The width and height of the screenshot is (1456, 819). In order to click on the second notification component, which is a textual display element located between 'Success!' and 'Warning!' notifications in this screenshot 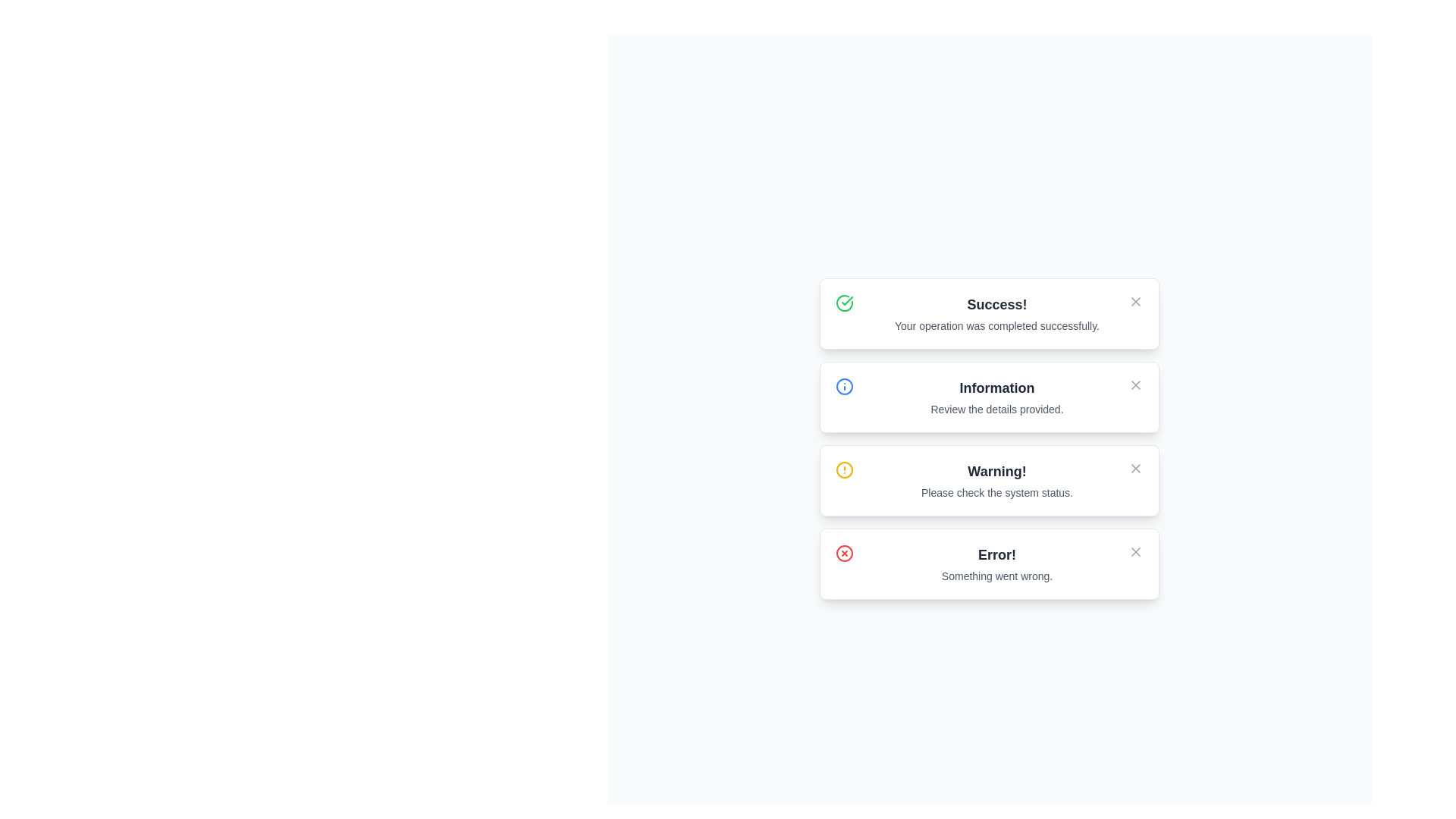, I will do `click(997, 397)`.